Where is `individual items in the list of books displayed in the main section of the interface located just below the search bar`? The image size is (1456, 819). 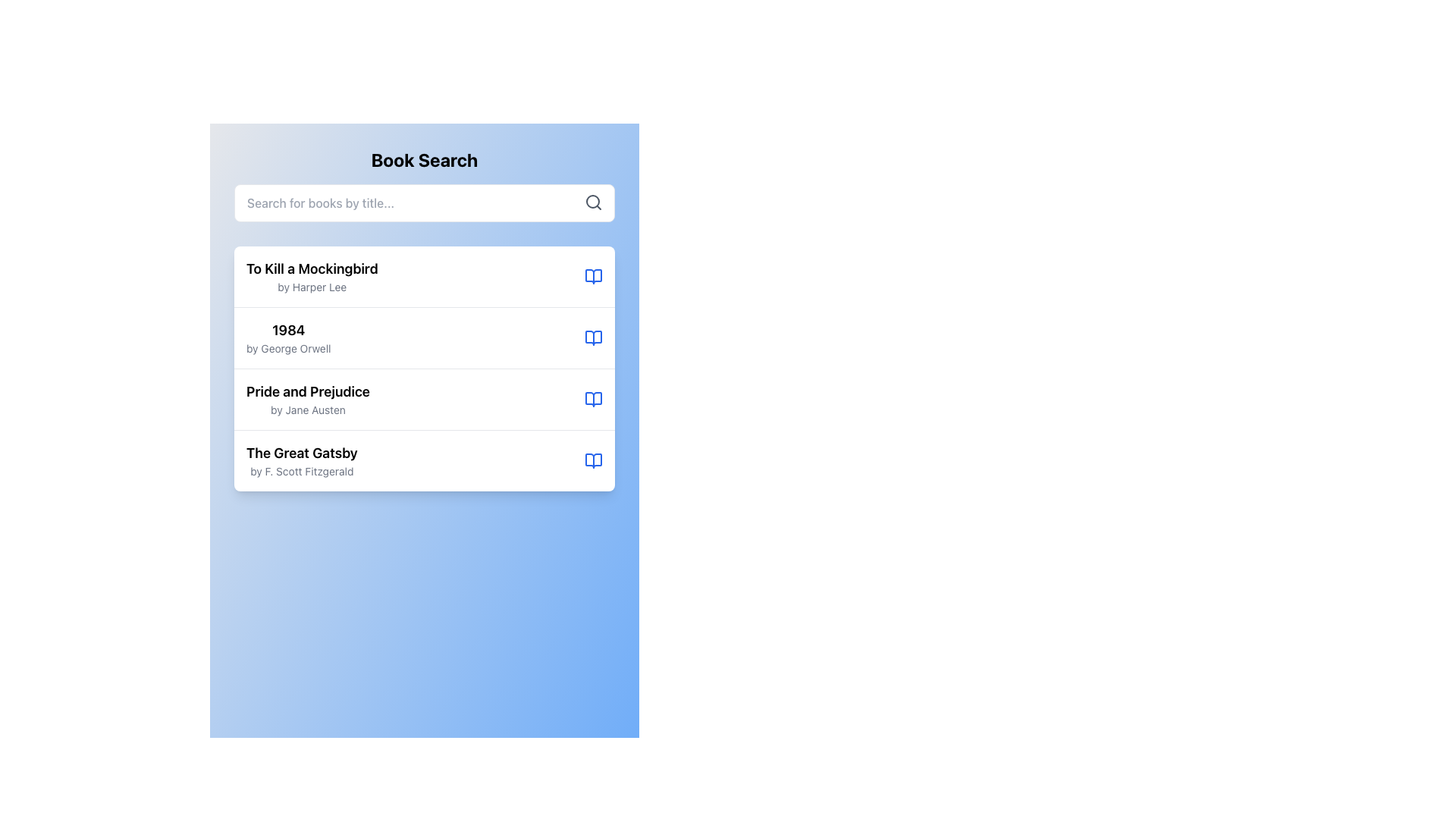
individual items in the list of books displayed in the main section of the interface located just below the search bar is located at coordinates (425, 369).